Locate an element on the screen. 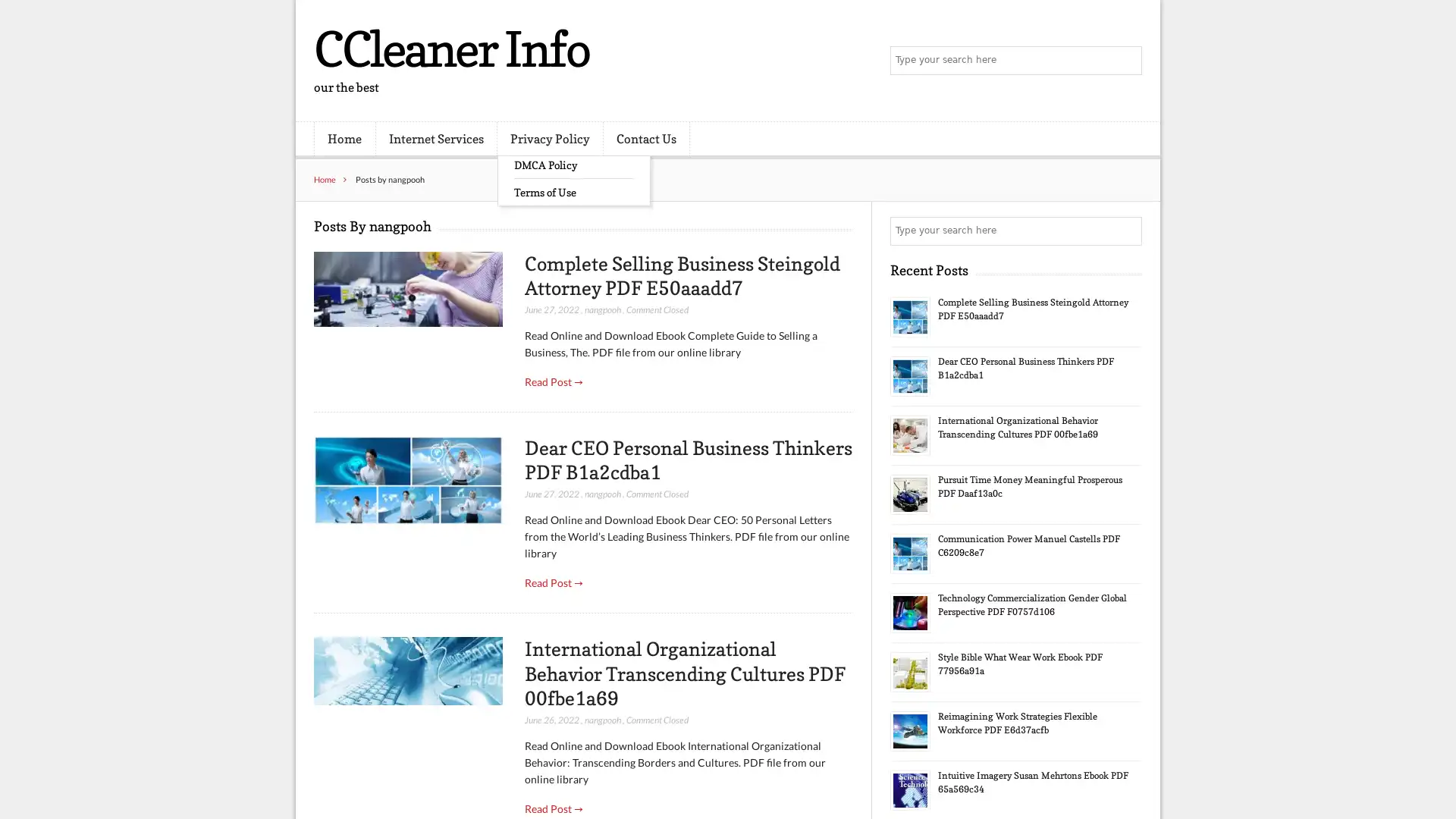 Image resolution: width=1456 pixels, height=819 pixels. Search is located at coordinates (1126, 231).